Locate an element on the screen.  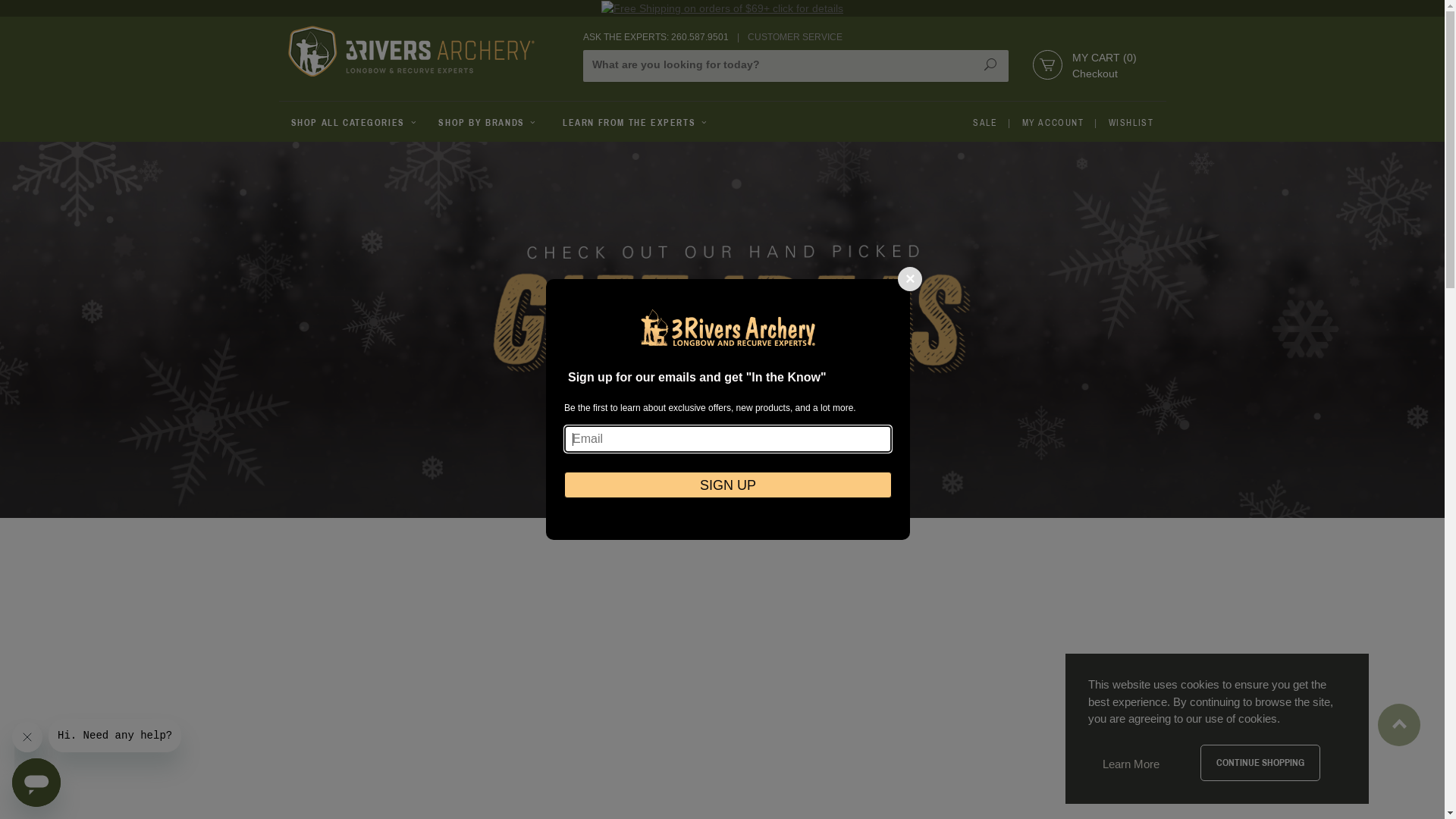
'Back to Top' is located at coordinates (1398, 724).